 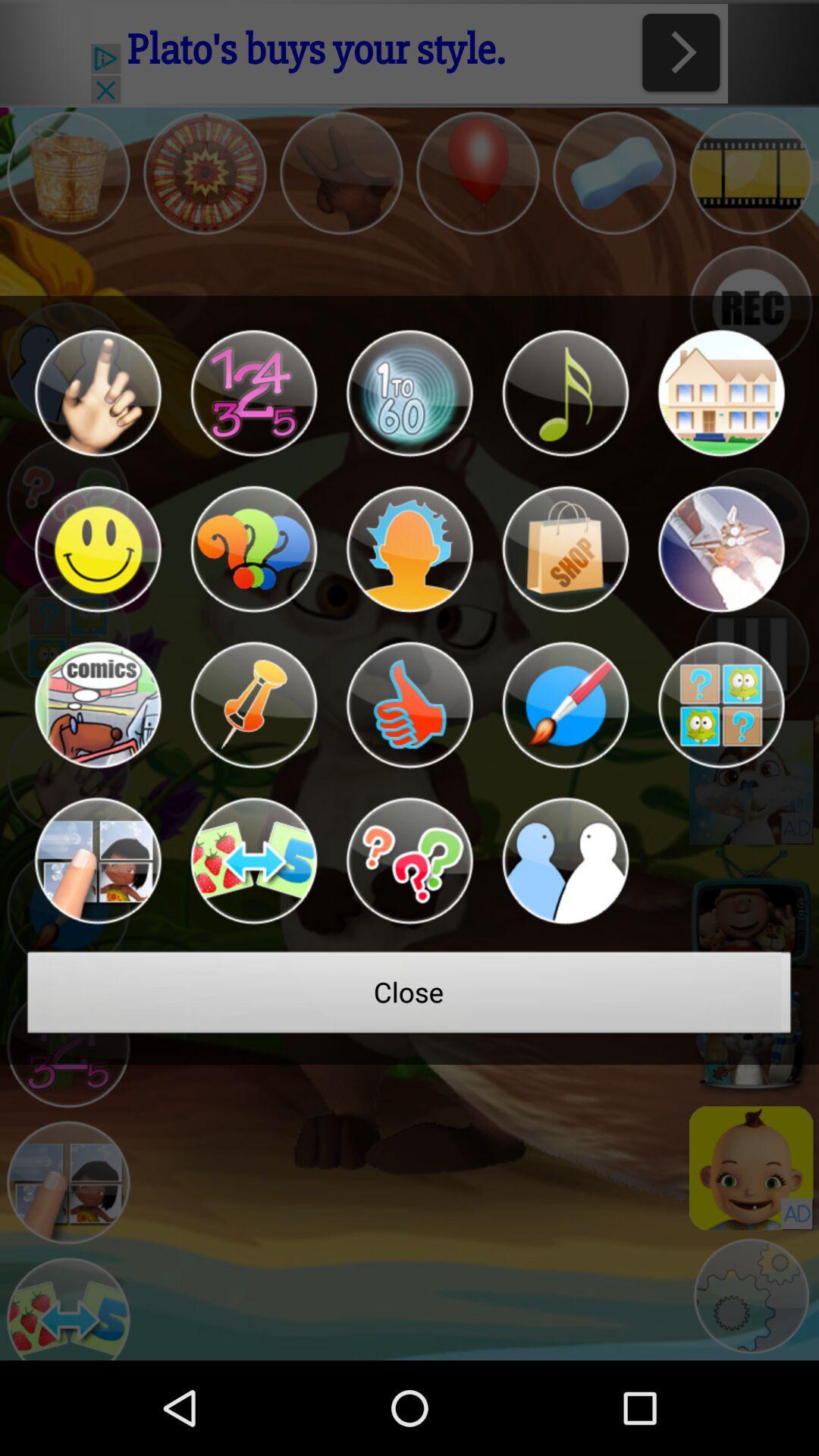 I want to click on music, so click(x=565, y=393).